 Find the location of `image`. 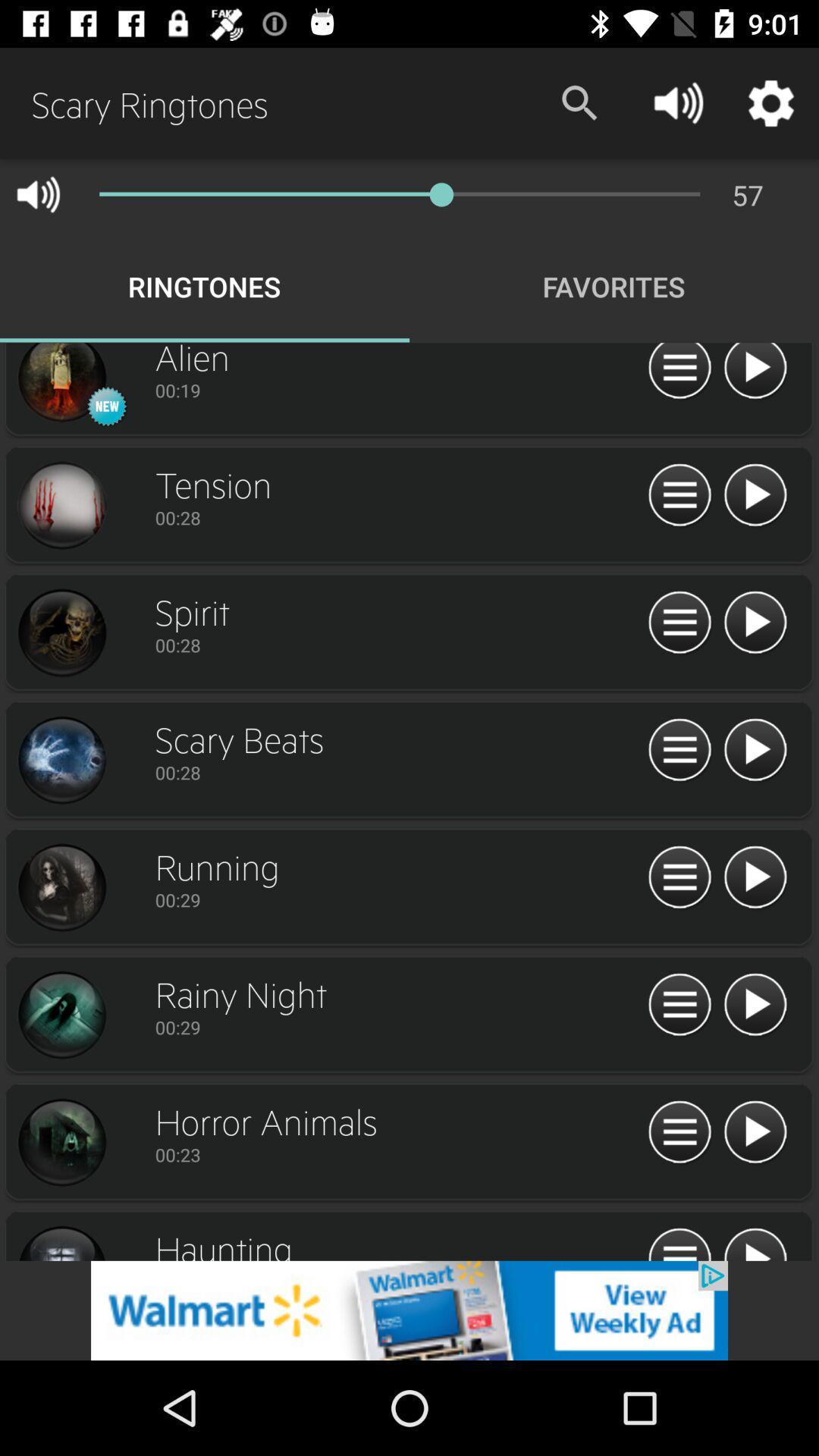

image is located at coordinates (61, 888).